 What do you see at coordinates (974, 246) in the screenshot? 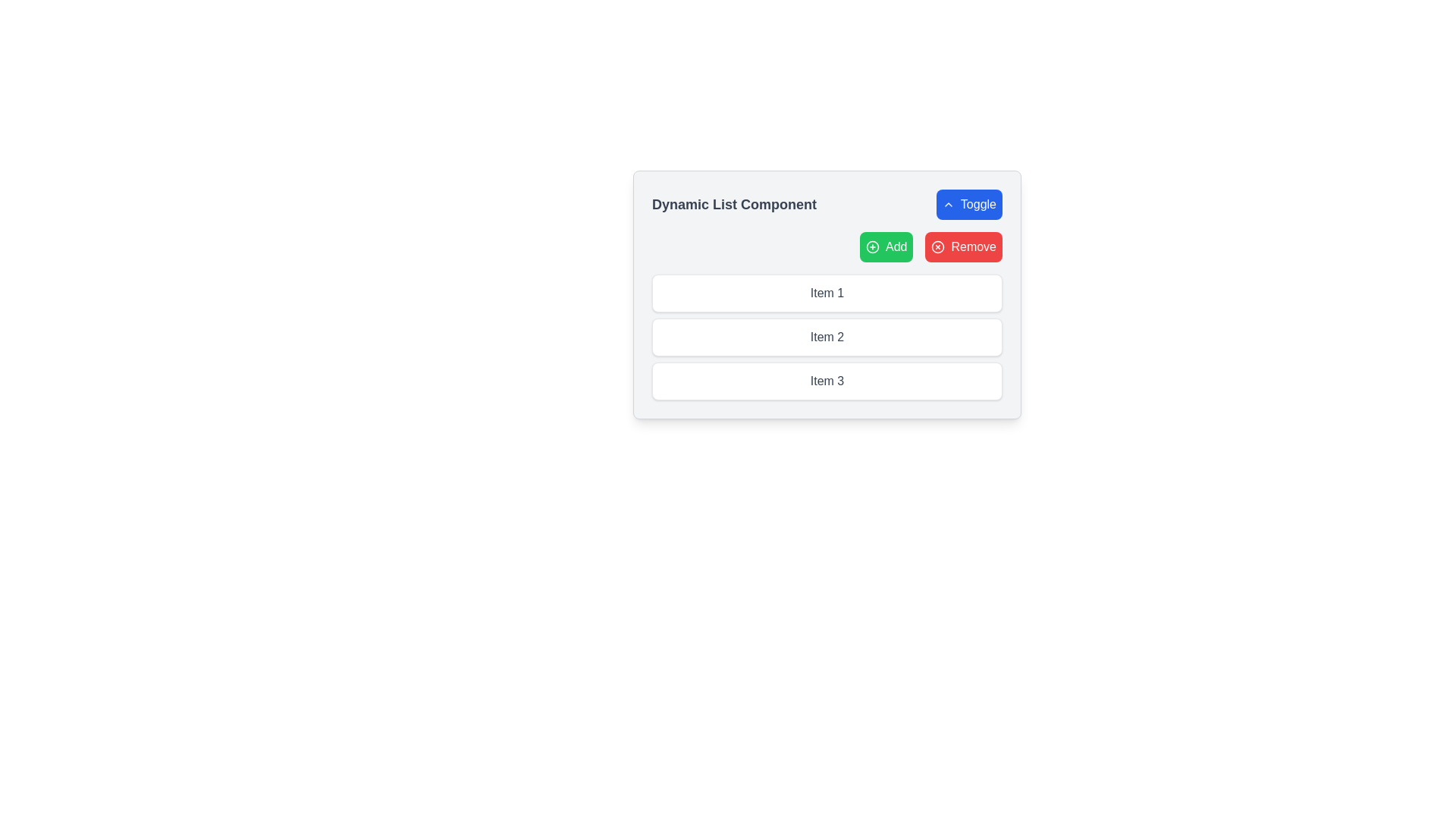
I see `the Text Label that serves as the visible label for a button triggering a removal action, located to the right of a green 'Add' button and below a blue 'Toggle' button` at bounding box center [974, 246].